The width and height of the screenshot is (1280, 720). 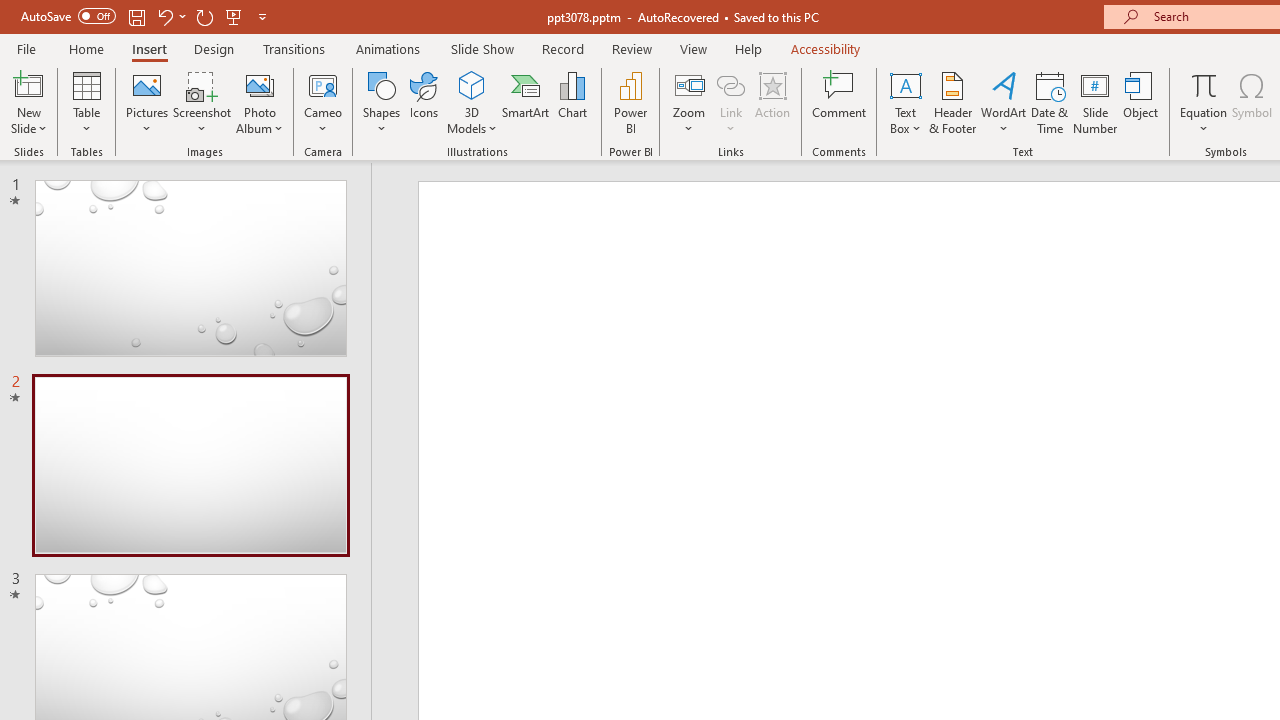 What do you see at coordinates (423, 103) in the screenshot?
I see `'Icons'` at bounding box center [423, 103].